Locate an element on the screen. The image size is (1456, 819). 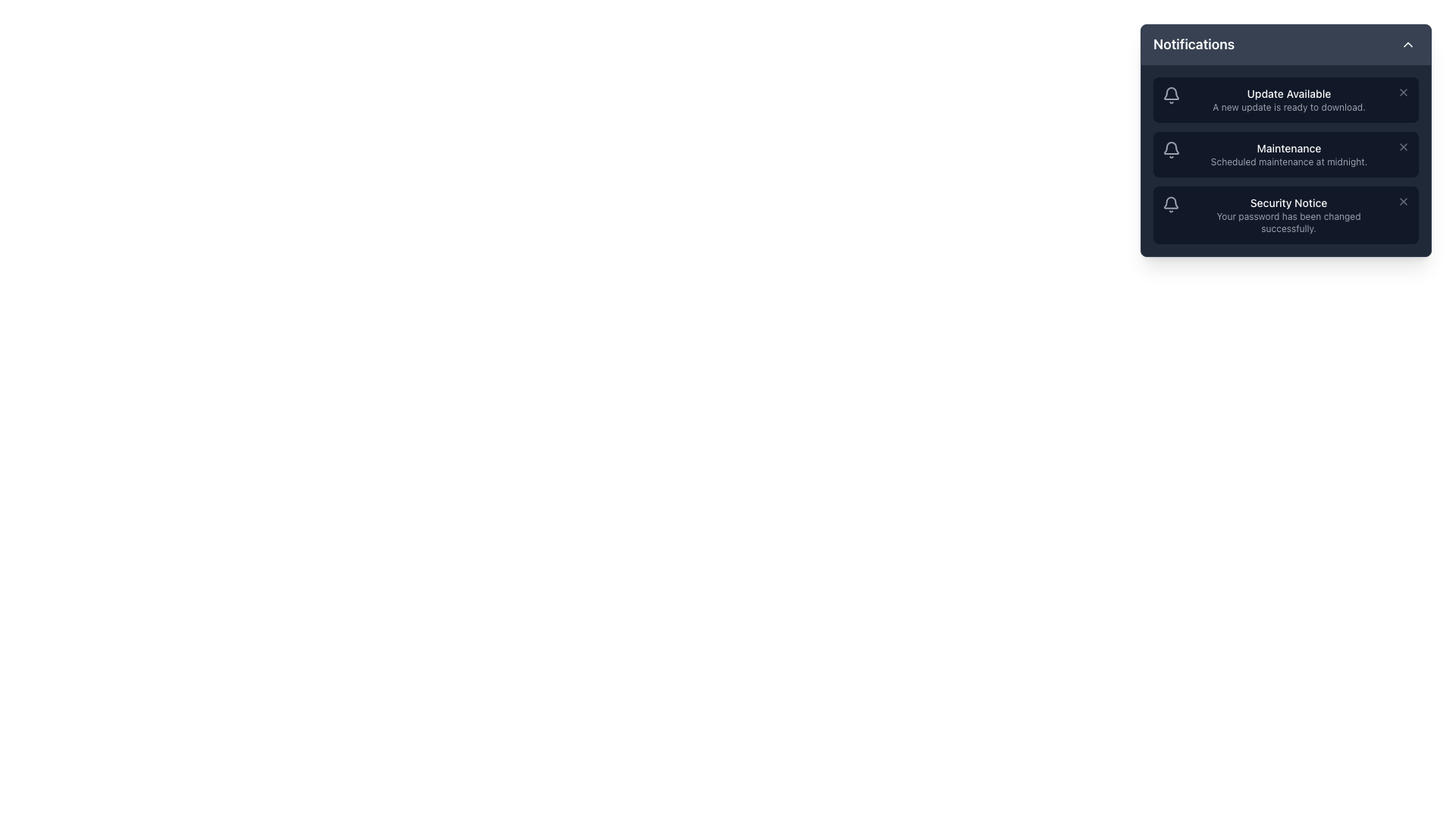
the button located at the top-right corner of the 'Notifications' section header to visualize the hover effect is located at coordinates (1407, 43).